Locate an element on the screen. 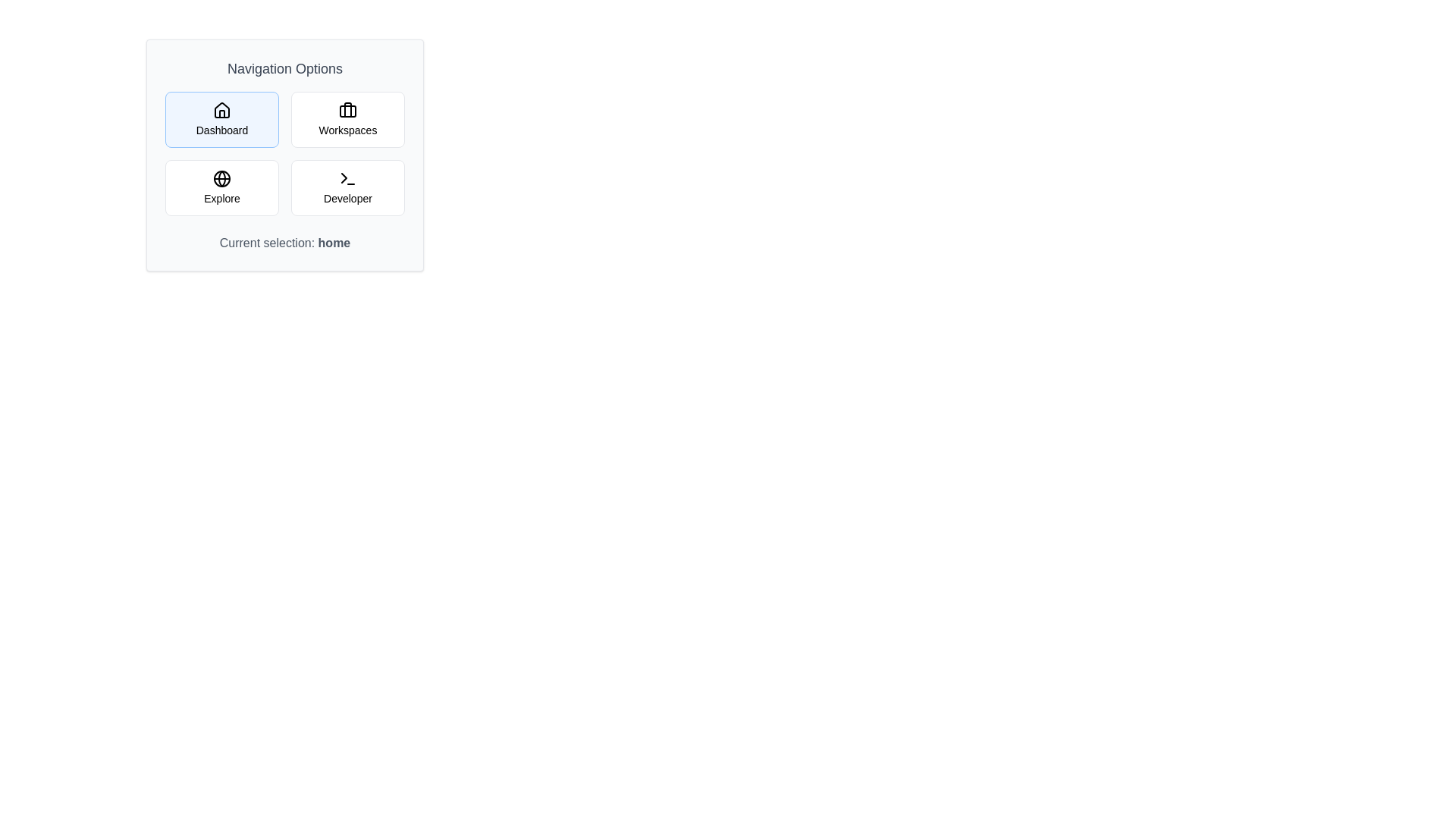 Image resolution: width=1456 pixels, height=819 pixels. the current selection text displayed below the navigation options is located at coordinates (284, 242).